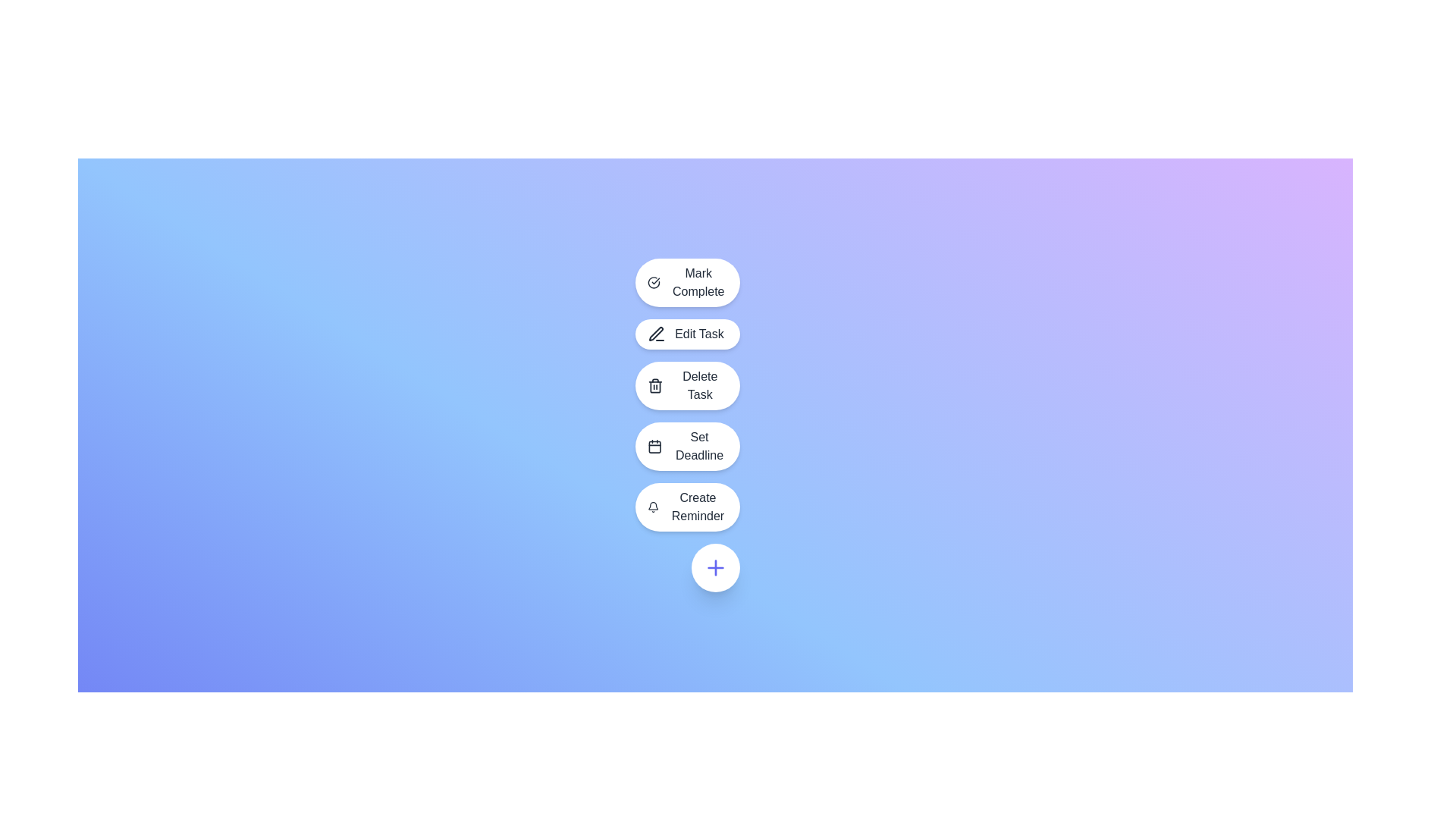  I want to click on the bell icon representing the 'Create Reminder' action, which is located on the left side of the oval button in the vertical menu of actions, so click(653, 507).